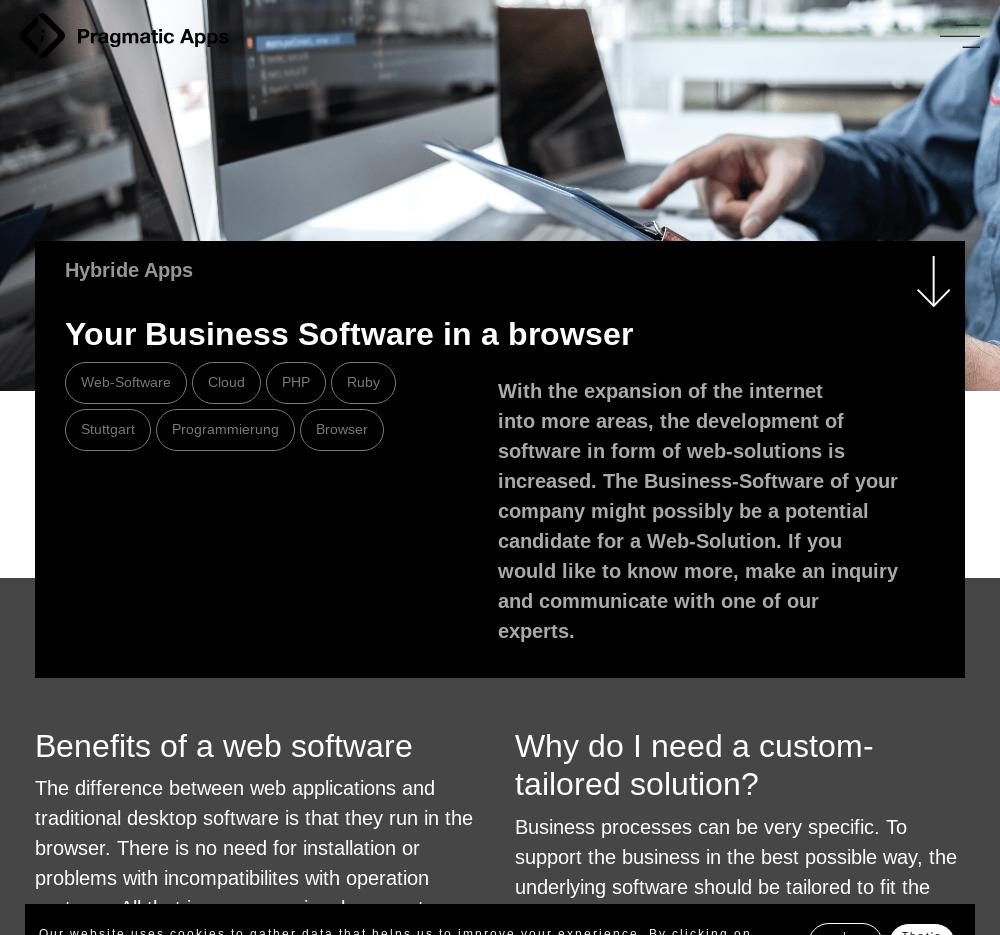 This screenshot has width=1000, height=935. What do you see at coordinates (693, 765) in the screenshot?
I see `'Why do I need a custom-tailored solution?'` at bounding box center [693, 765].